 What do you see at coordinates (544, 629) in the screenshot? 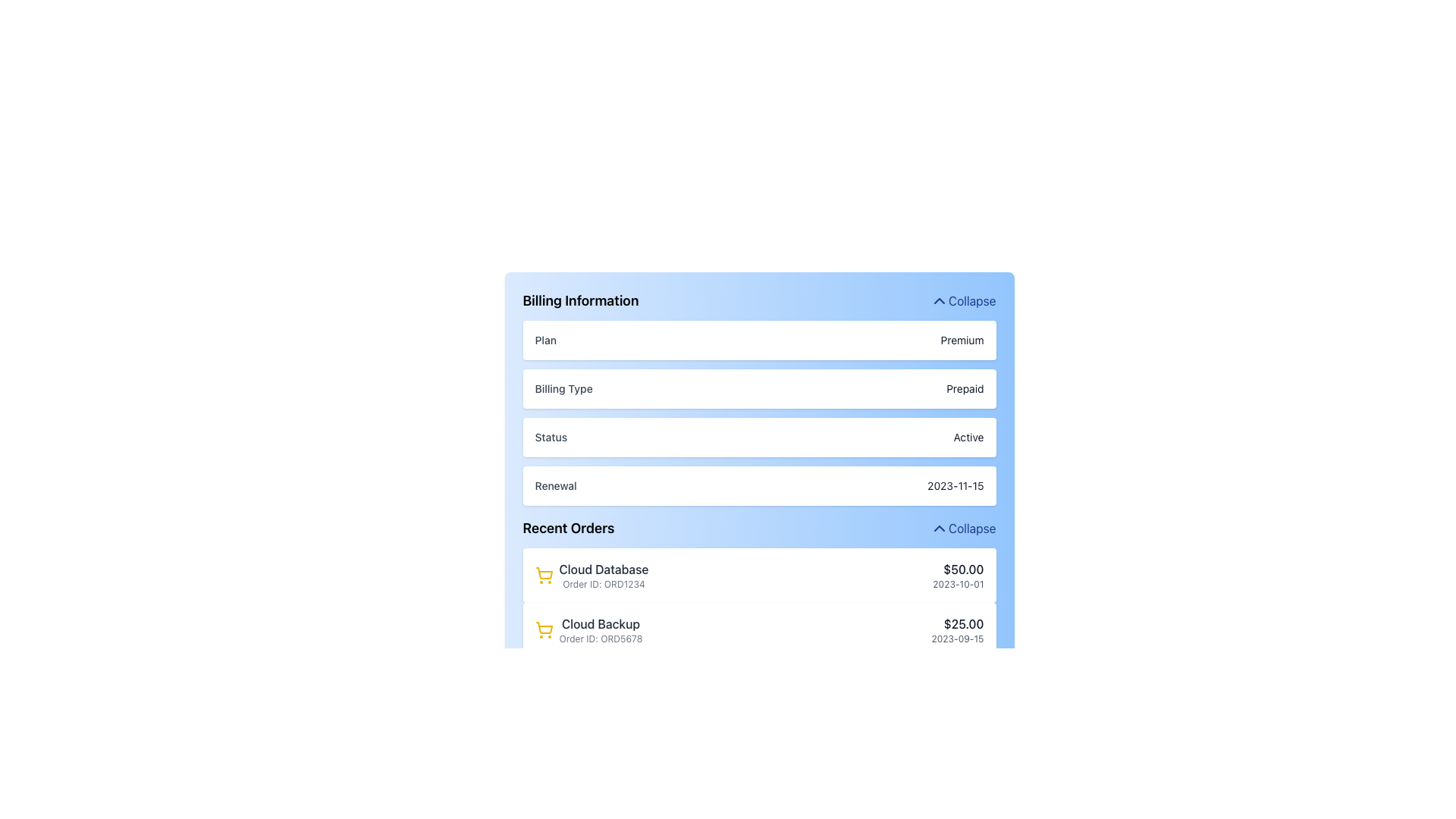
I see `the shopping cart icon in the Recent Orders section, which is located to the left of the 'Cloud Backup' text and above the 'Order ID: ORD5678'` at bounding box center [544, 629].